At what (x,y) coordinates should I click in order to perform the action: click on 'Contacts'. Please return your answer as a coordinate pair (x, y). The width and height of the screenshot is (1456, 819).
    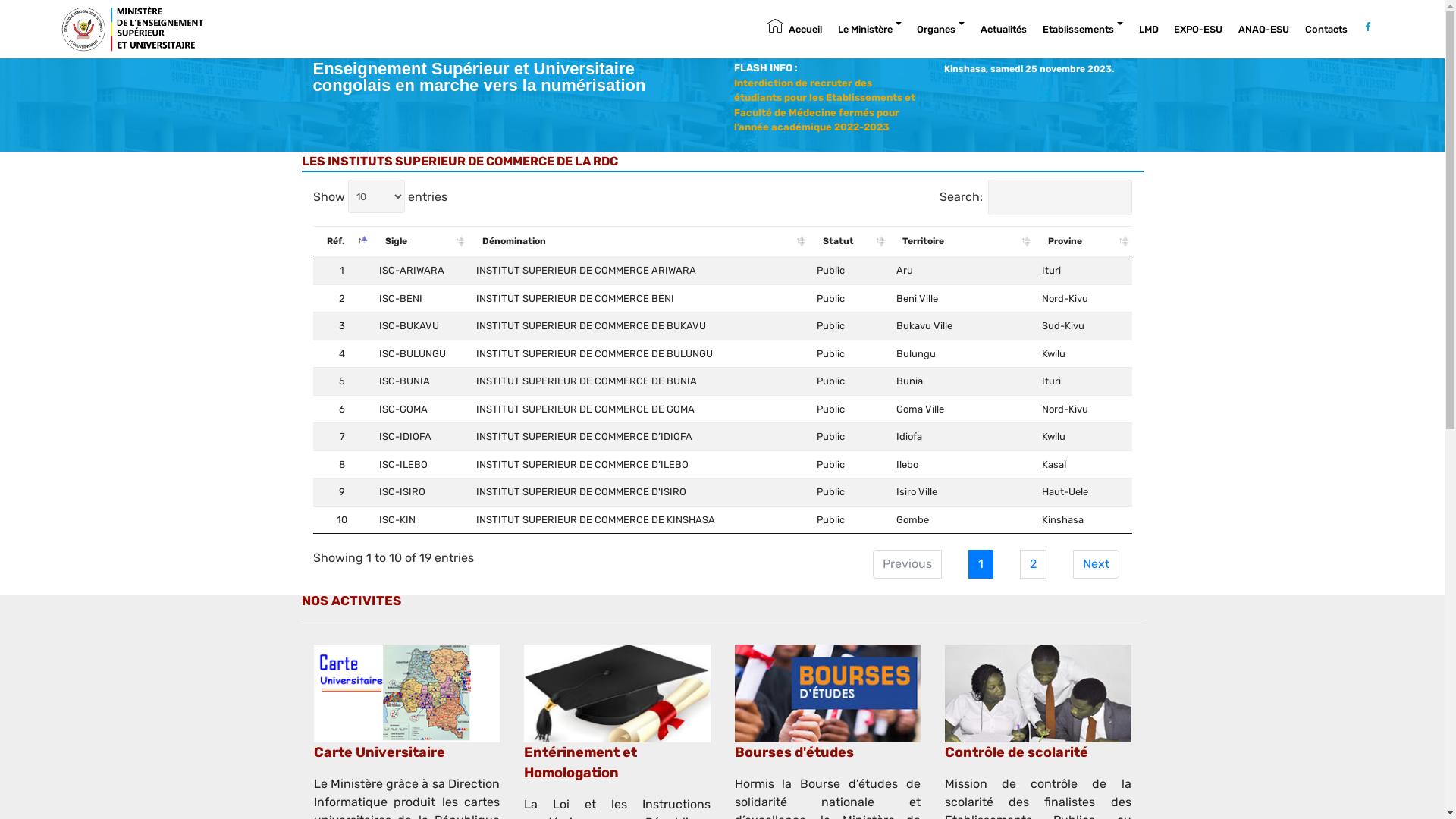
    Looking at the image, I should click on (1325, 29).